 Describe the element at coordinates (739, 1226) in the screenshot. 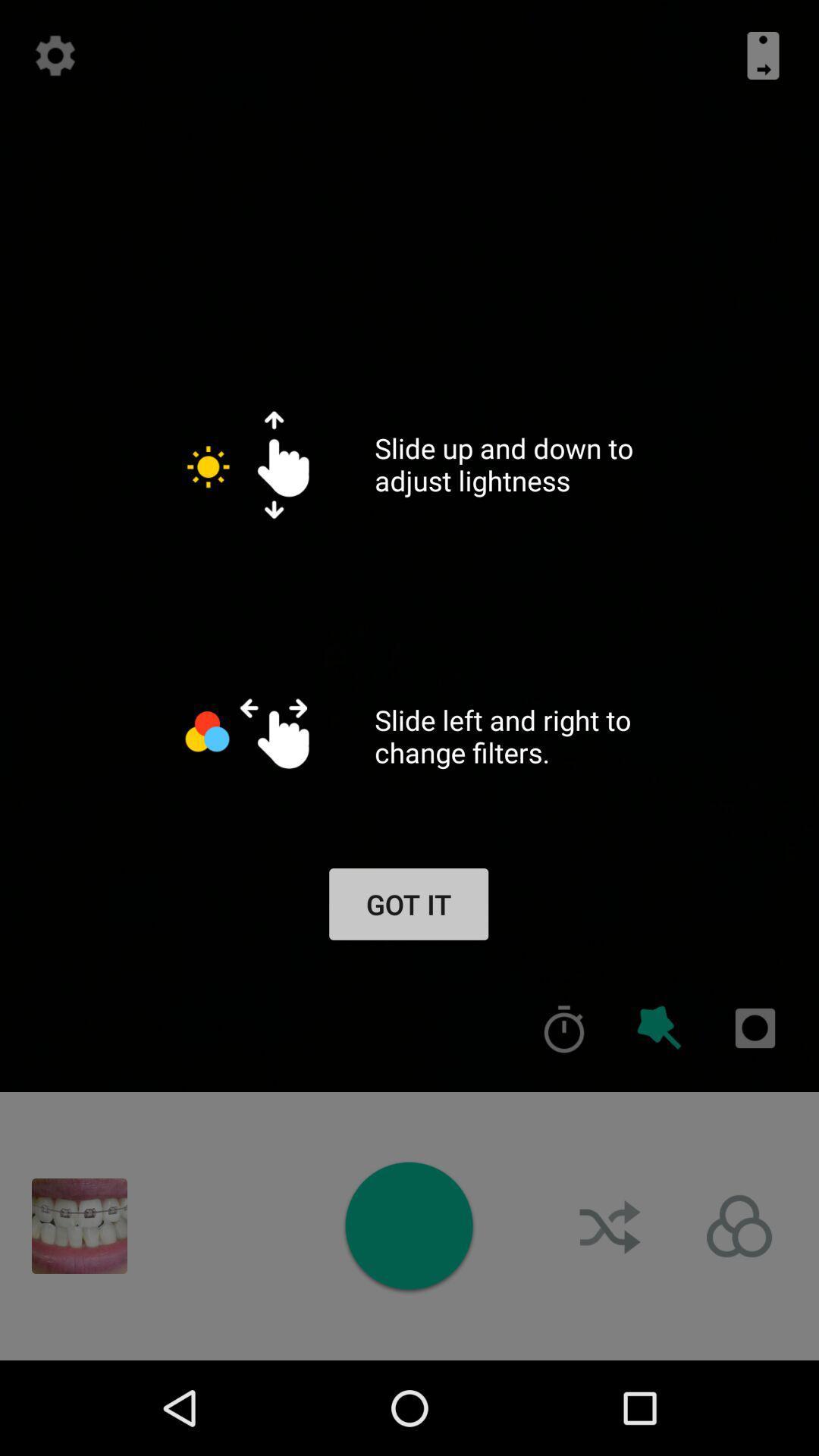

I see `three circles connected to one another for changing filters` at that location.